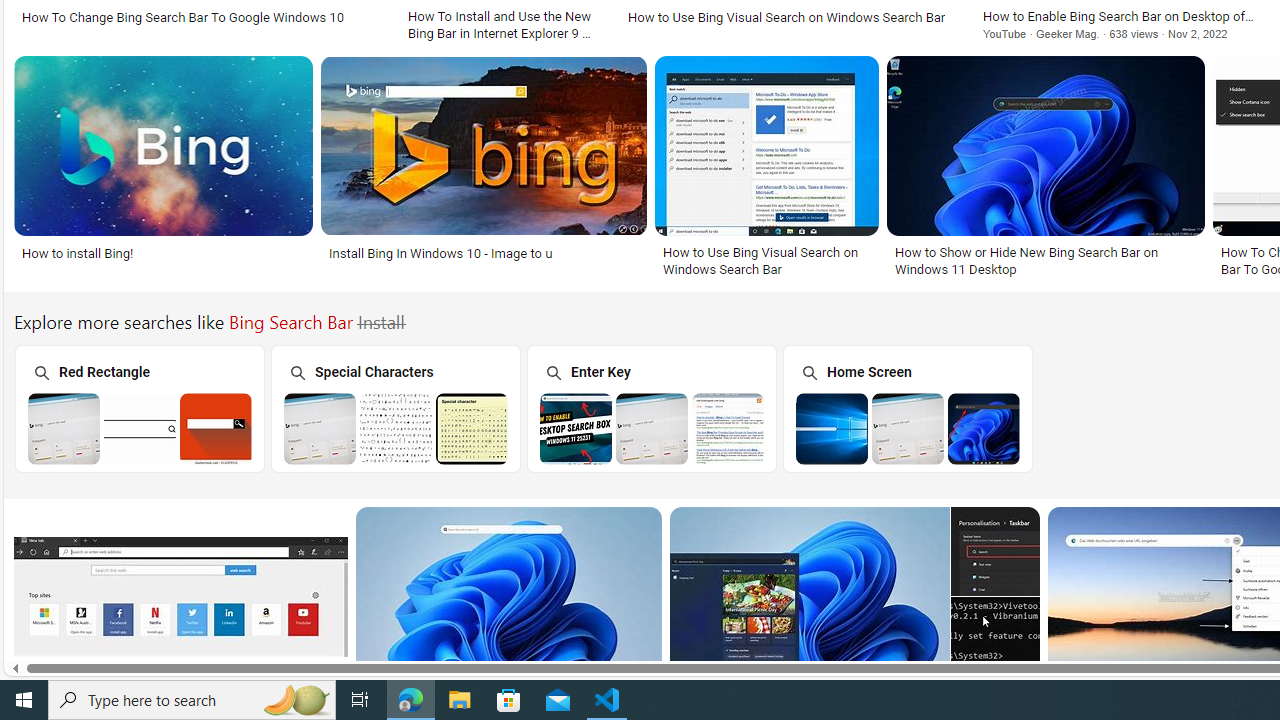 The width and height of the screenshot is (1280, 720). Describe the element at coordinates (167, 168) in the screenshot. I see `'How to install Bing!Save'` at that location.